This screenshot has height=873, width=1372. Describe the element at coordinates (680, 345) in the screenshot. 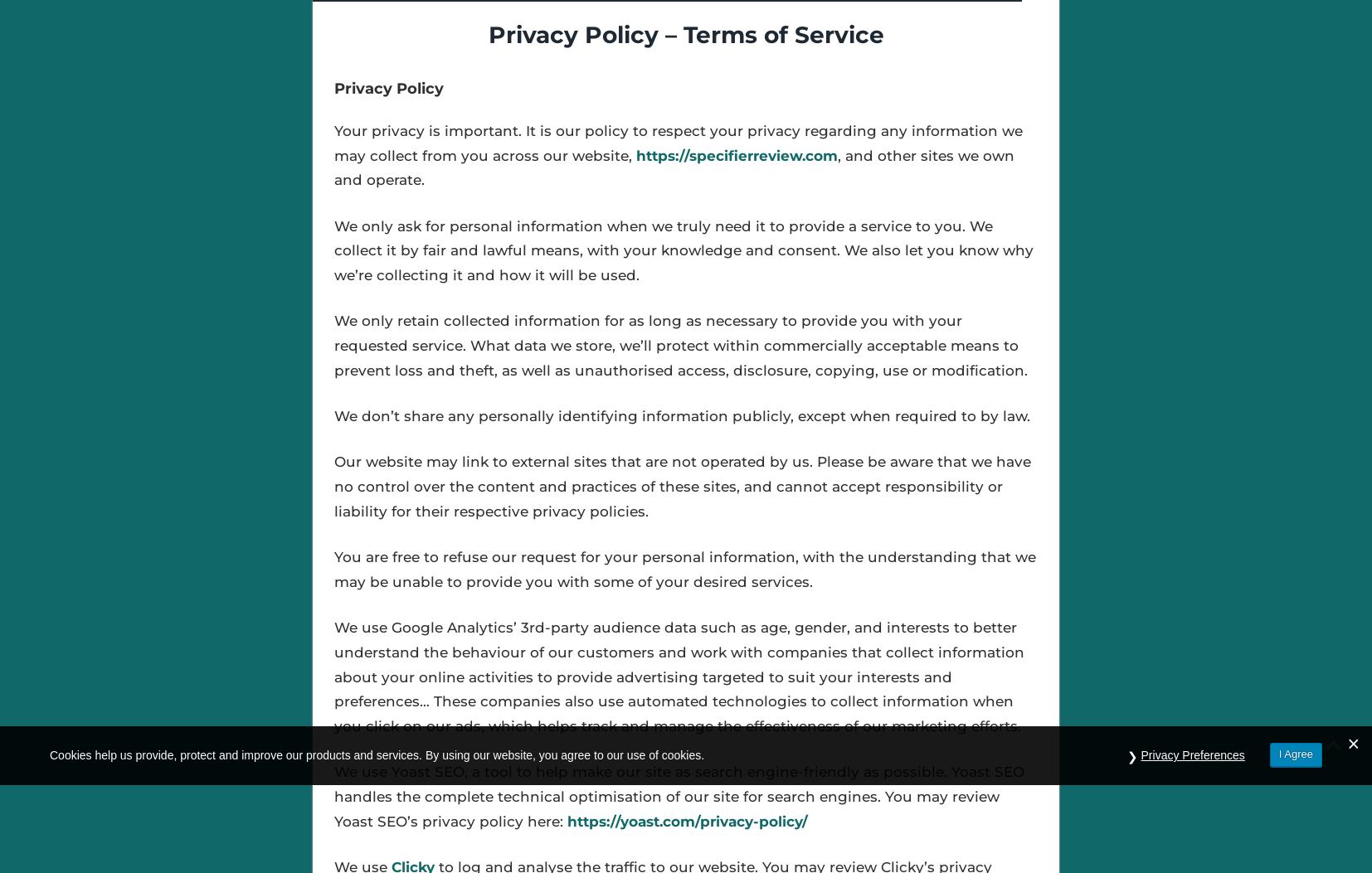

I see `'We only retain collected information for as long as necessary to provide you with your requested service. What data we store, we’ll protect within commercially acceptable means to prevent loss and theft, as well as unauthorised access, disclosure, copying, use or modification.'` at that location.